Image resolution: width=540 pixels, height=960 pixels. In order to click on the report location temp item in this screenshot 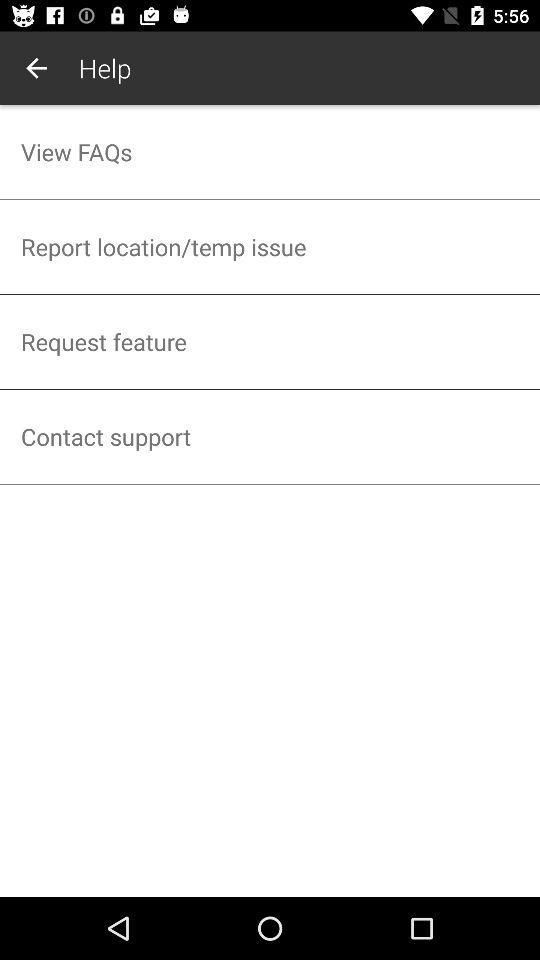, I will do `click(270, 246)`.